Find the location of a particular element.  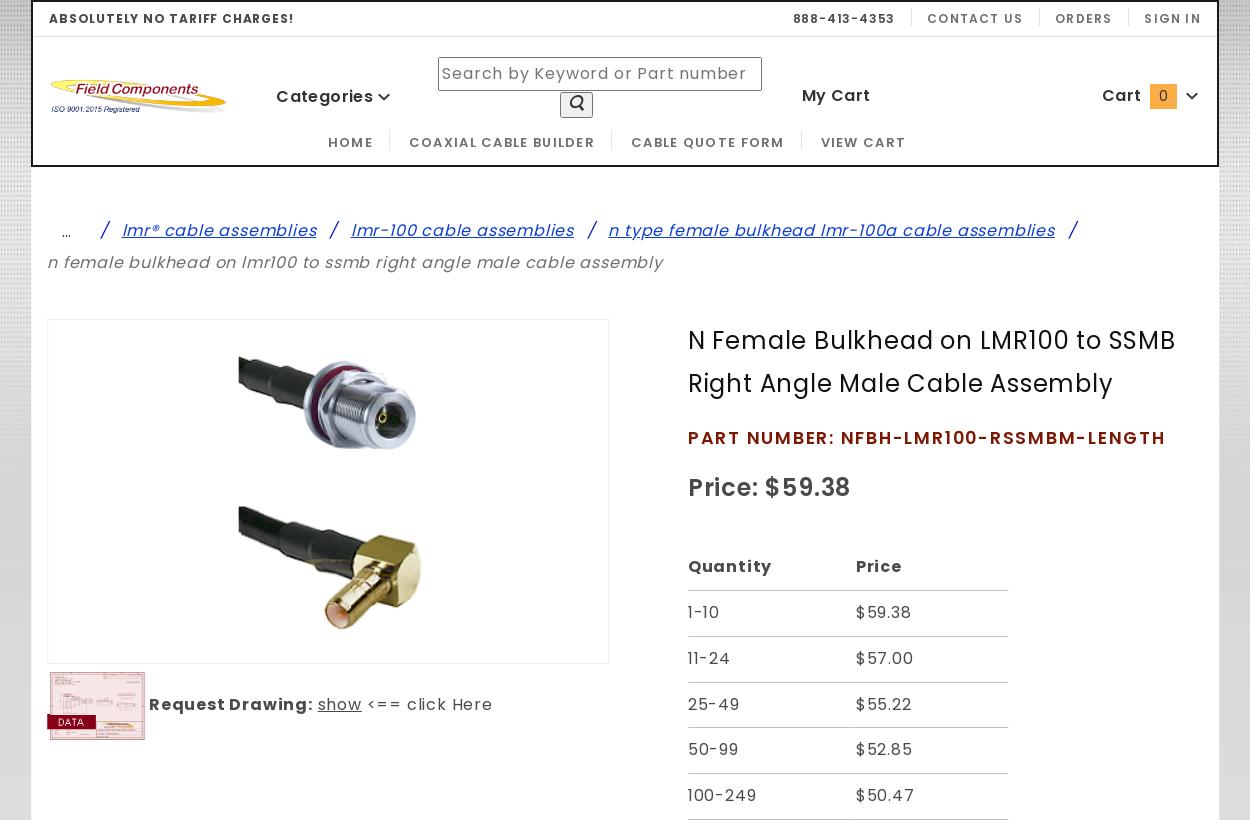

'$55.22' is located at coordinates (854, 703).